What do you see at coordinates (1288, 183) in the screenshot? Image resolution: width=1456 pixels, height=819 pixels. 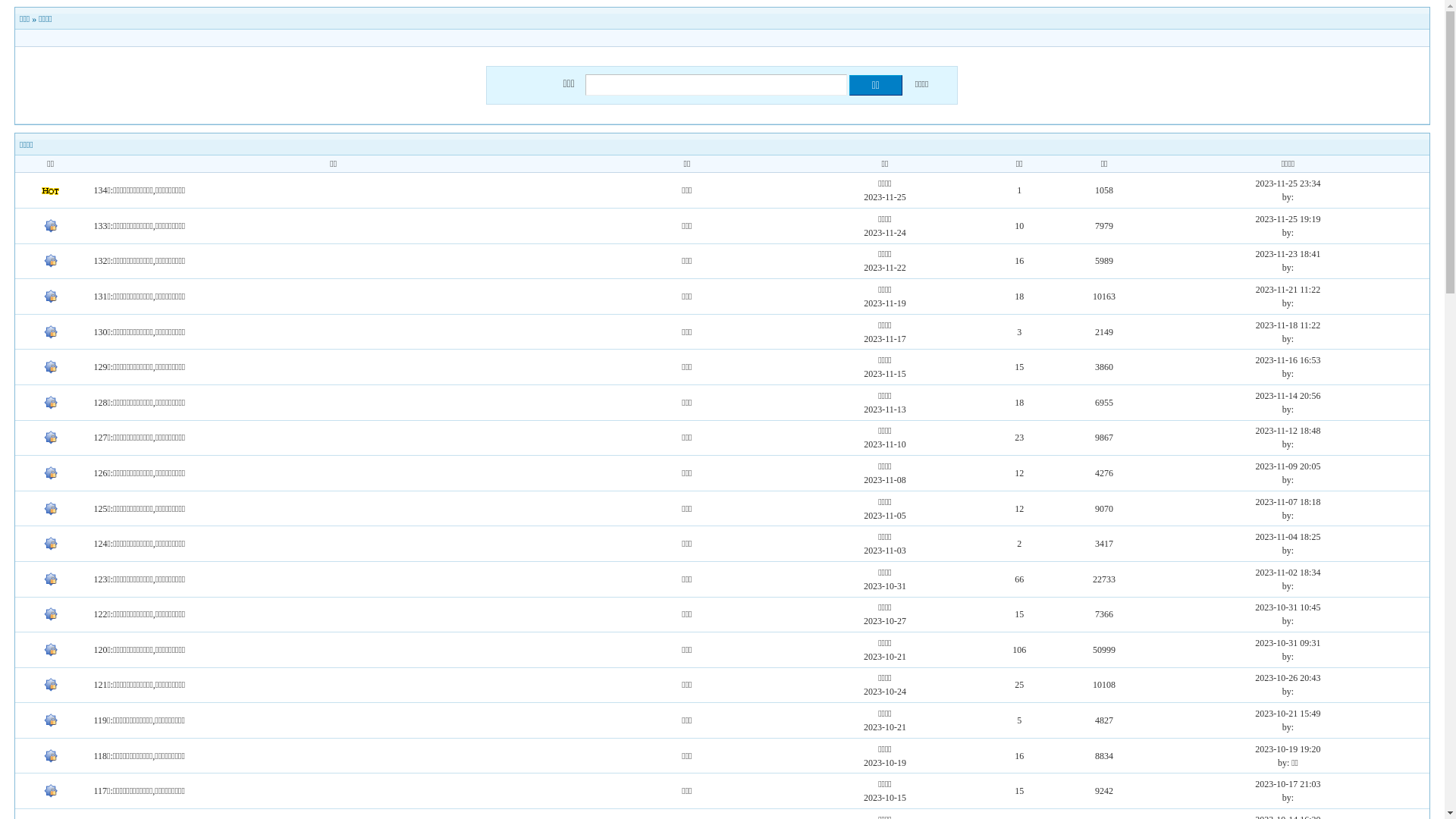 I see `'2023-11-25 23:34'` at bounding box center [1288, 183].